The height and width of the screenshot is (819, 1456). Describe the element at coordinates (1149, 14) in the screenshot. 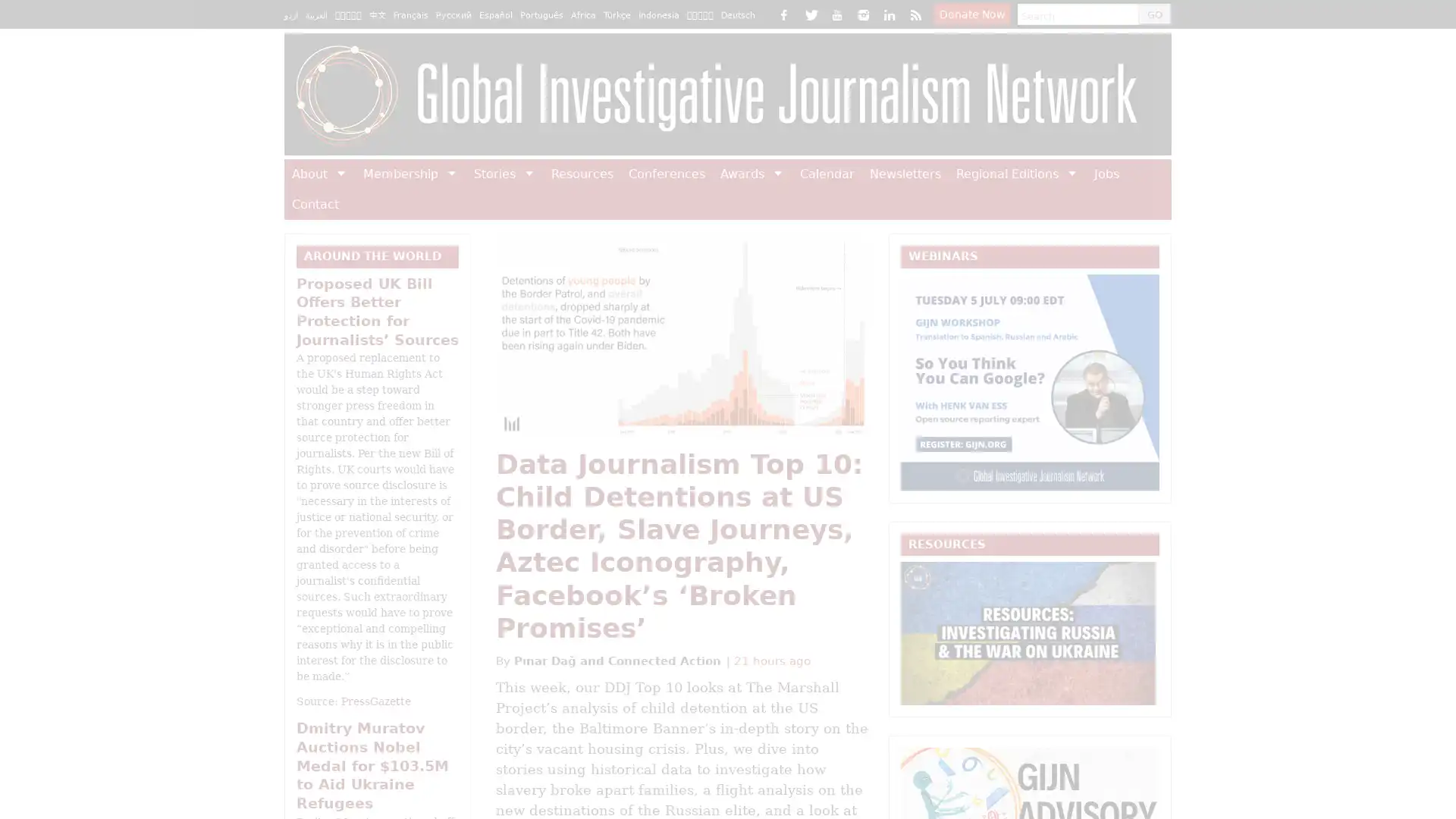

I see `GO` at that location.